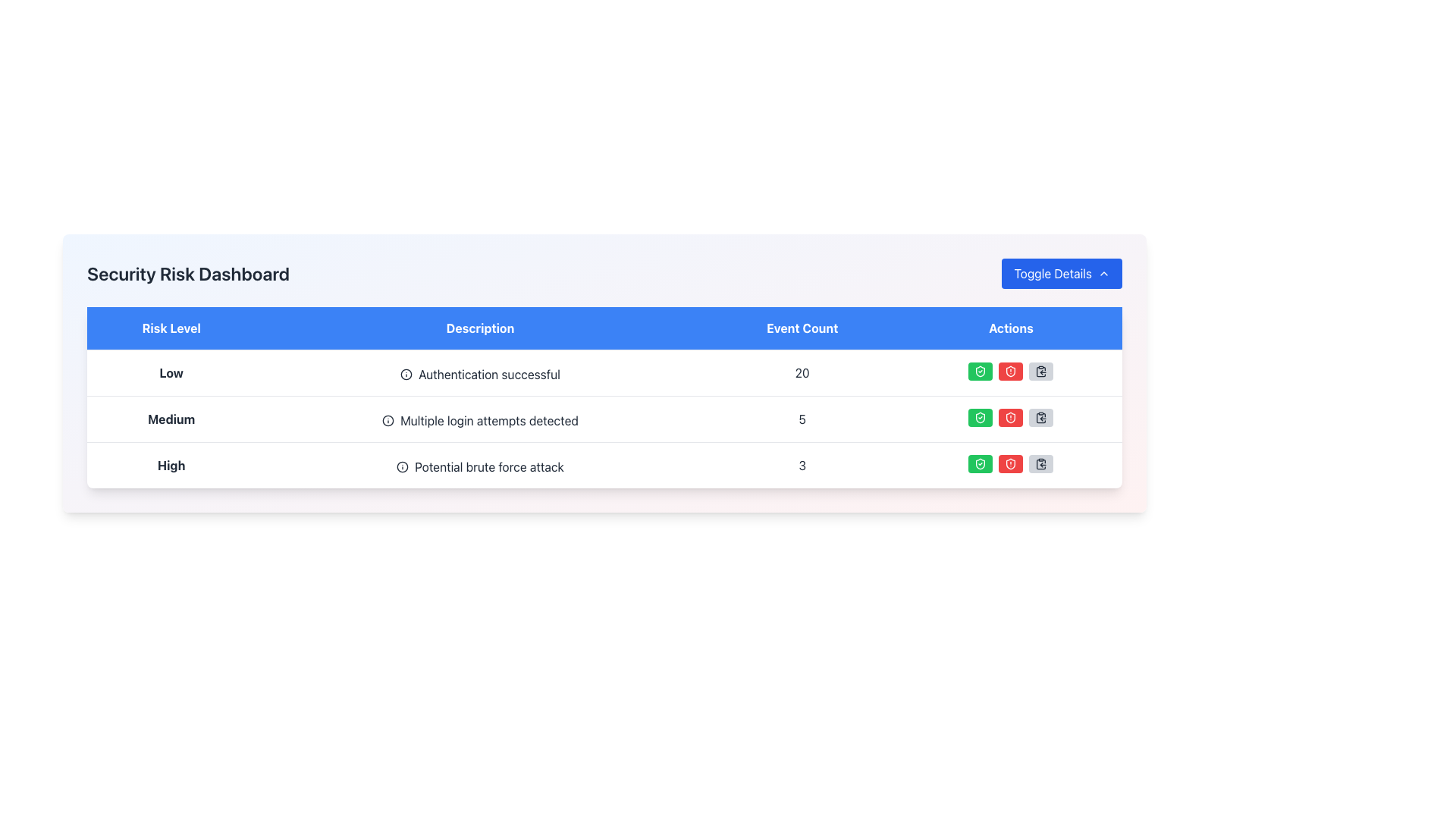 The height and width of the screenshot is (819, 1456). What do you see at coordinates (1011, 328) in the screenshot?
I see `the 'Actions' text label, which has a blue background and white text, located in the fourth column of the header row in the tabular layout` at bounding box center [1011, 328].